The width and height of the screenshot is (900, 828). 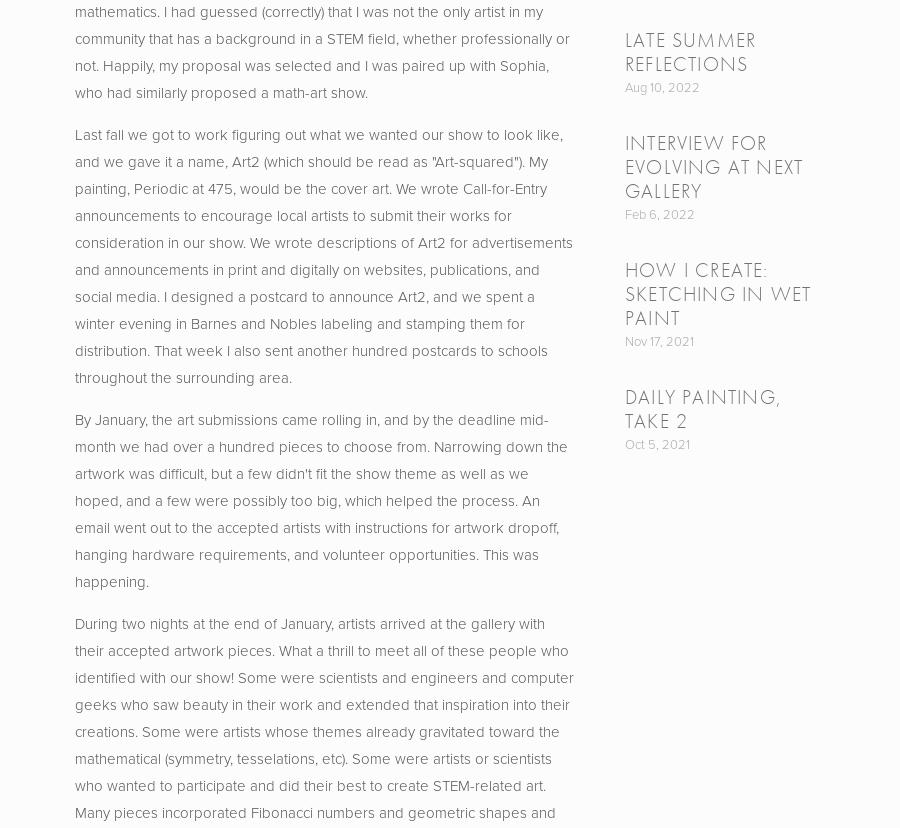 What do you see at coordinates (659, 340) in the screenshot?
I see `'Nov 17, 2021'` at bounding box center [659, 340].